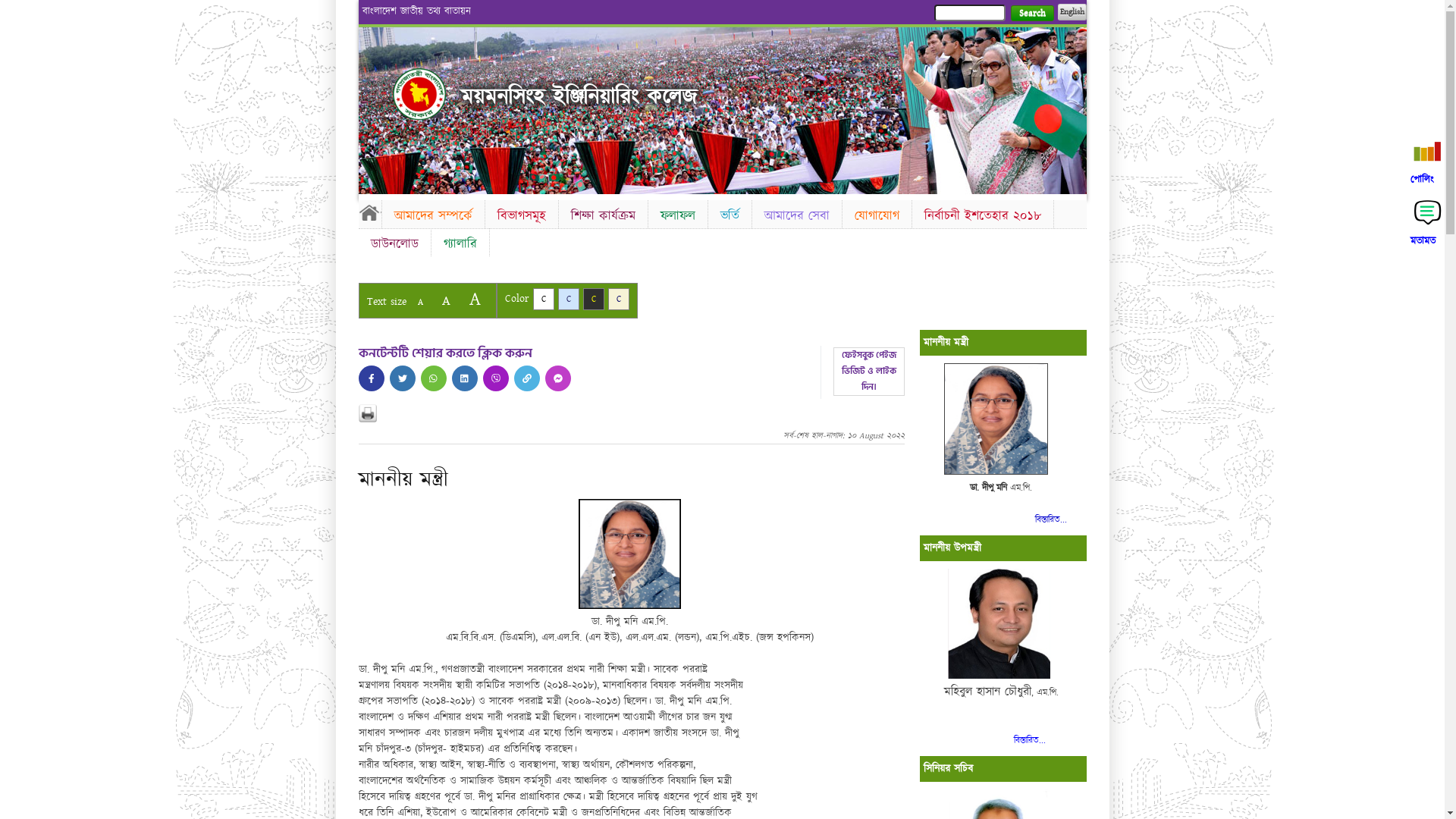 The width and height of the screenshot is (1456, 819). I want to click on 'English', so click(1070, 11).